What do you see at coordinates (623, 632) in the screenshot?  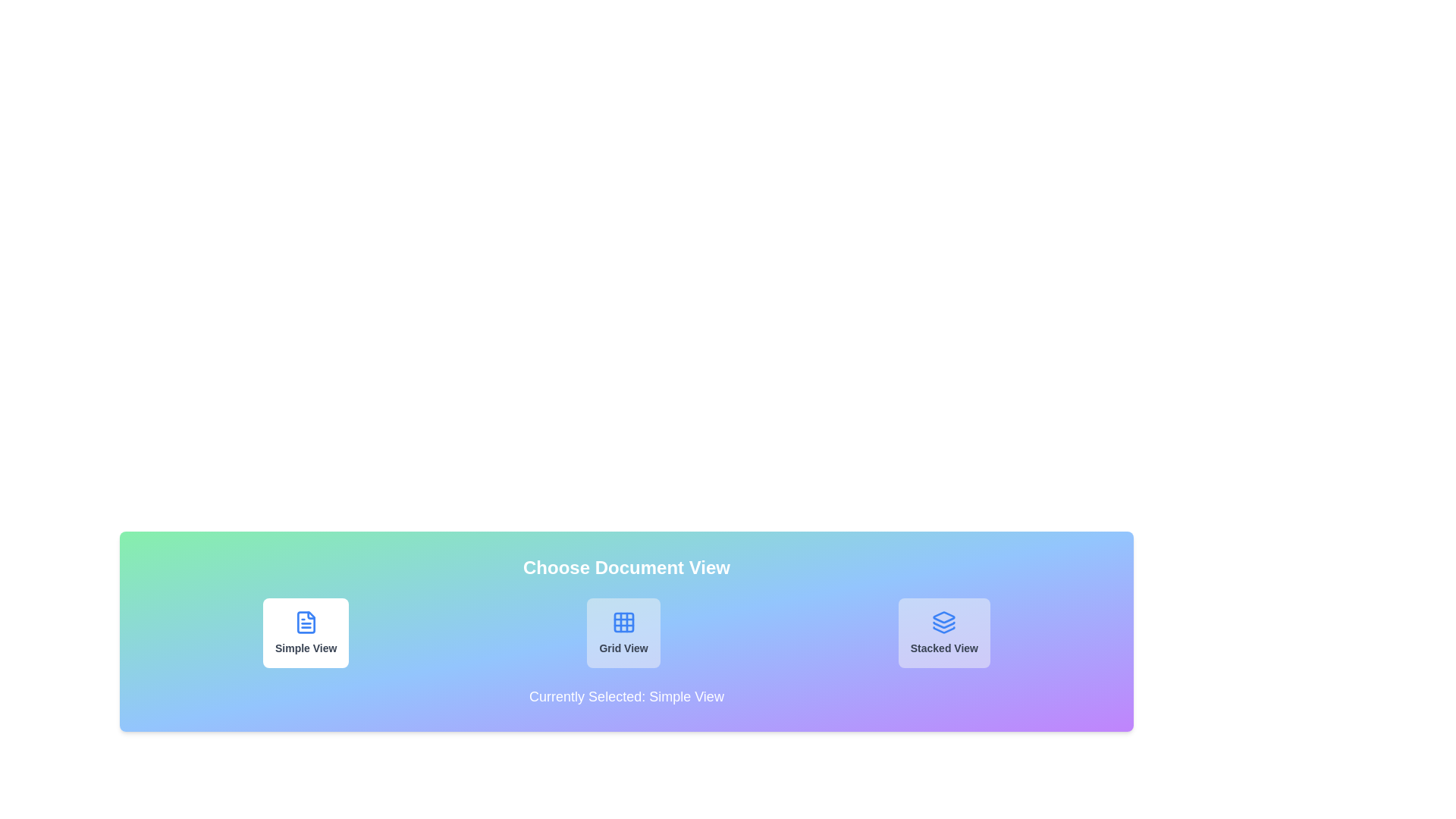 I see `the button corresponding to Grid View to observe its hover effect` at bounding box center [623, 632].